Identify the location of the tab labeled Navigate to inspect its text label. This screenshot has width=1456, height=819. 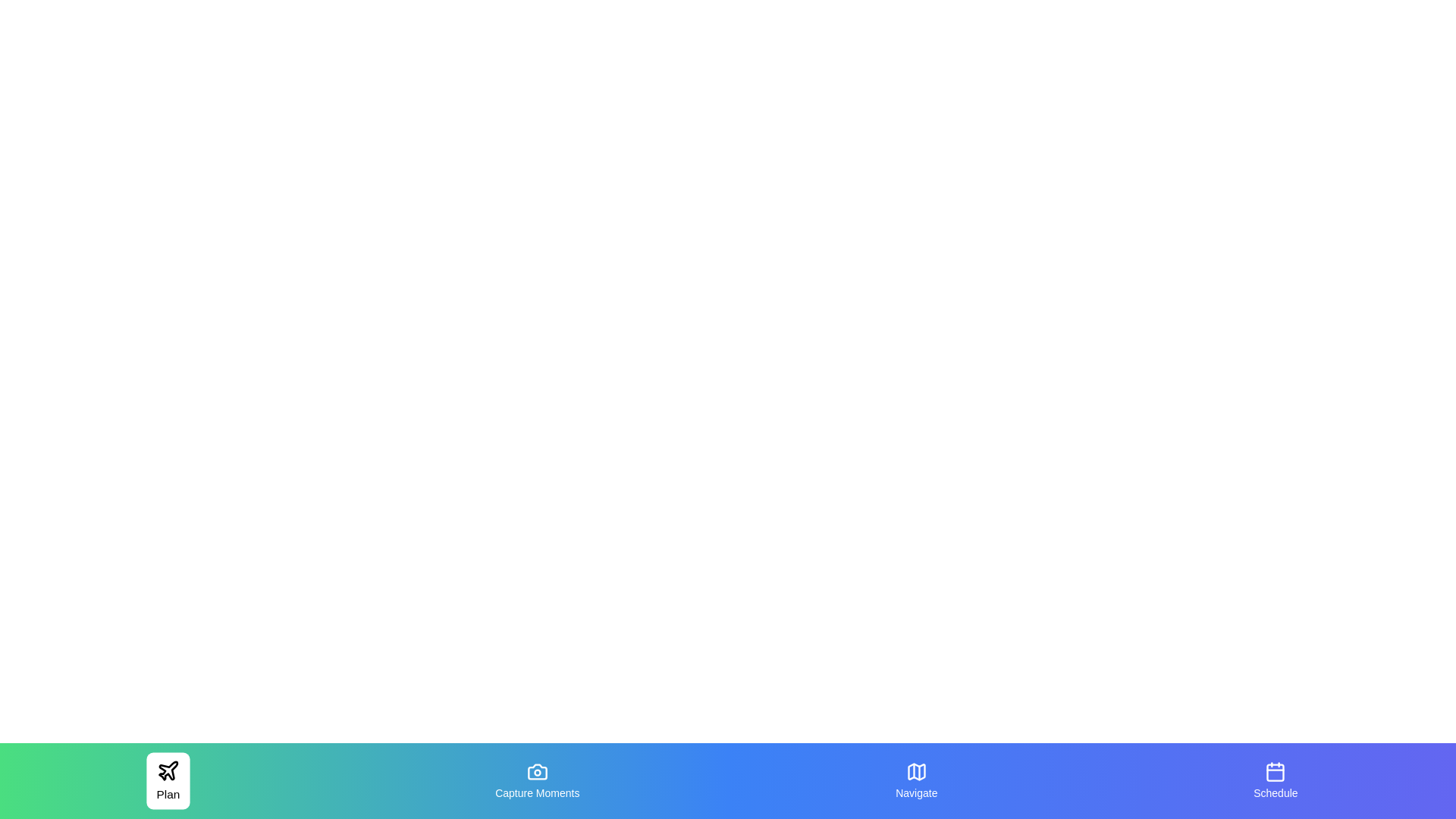
(915, 780).